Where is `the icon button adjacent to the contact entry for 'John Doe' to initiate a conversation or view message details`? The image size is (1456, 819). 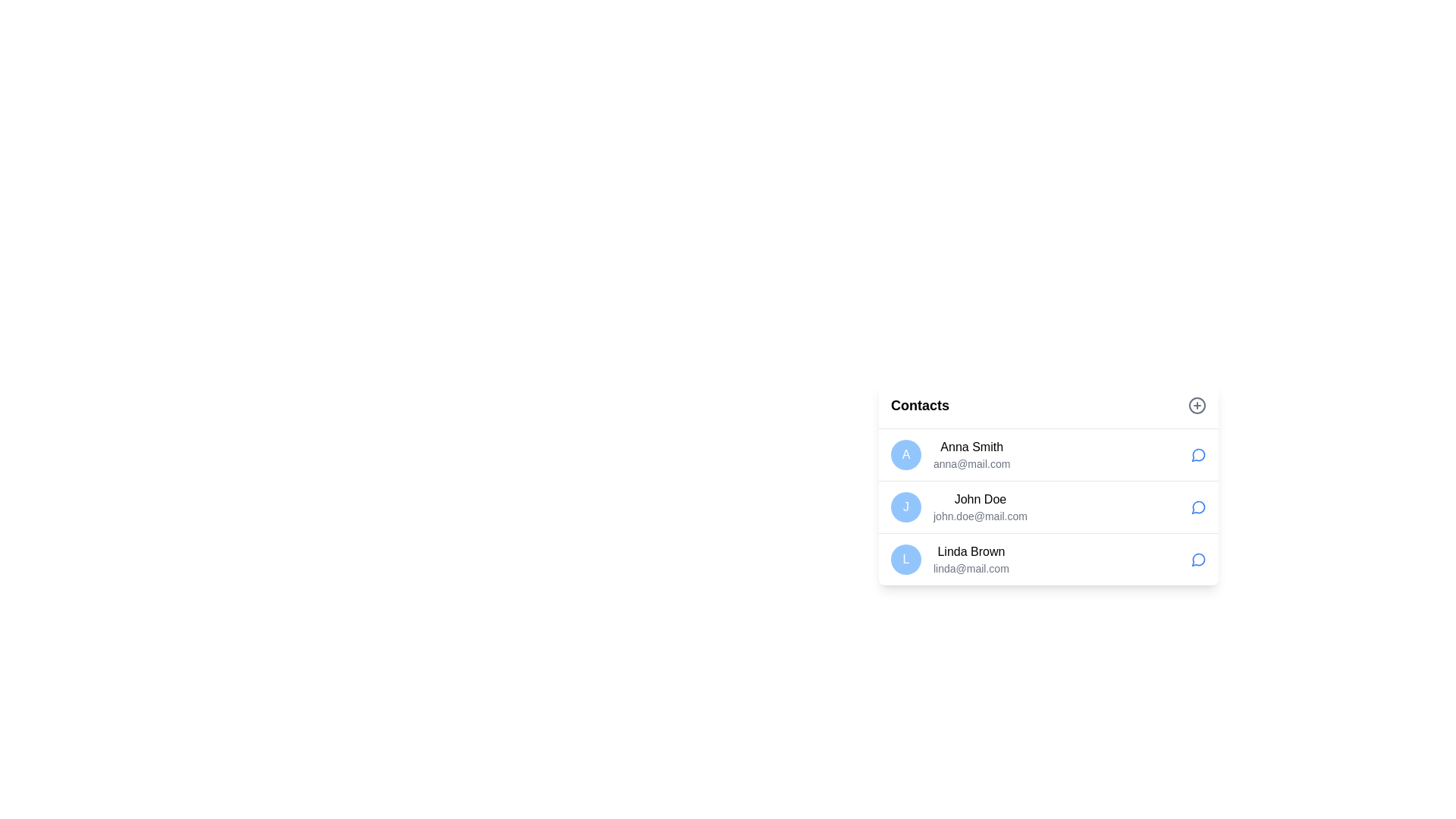
the icon button adjacent to the contact entry for 'John Doe' to initiate a conversation or view message details is located at coordinates (1197, 507).